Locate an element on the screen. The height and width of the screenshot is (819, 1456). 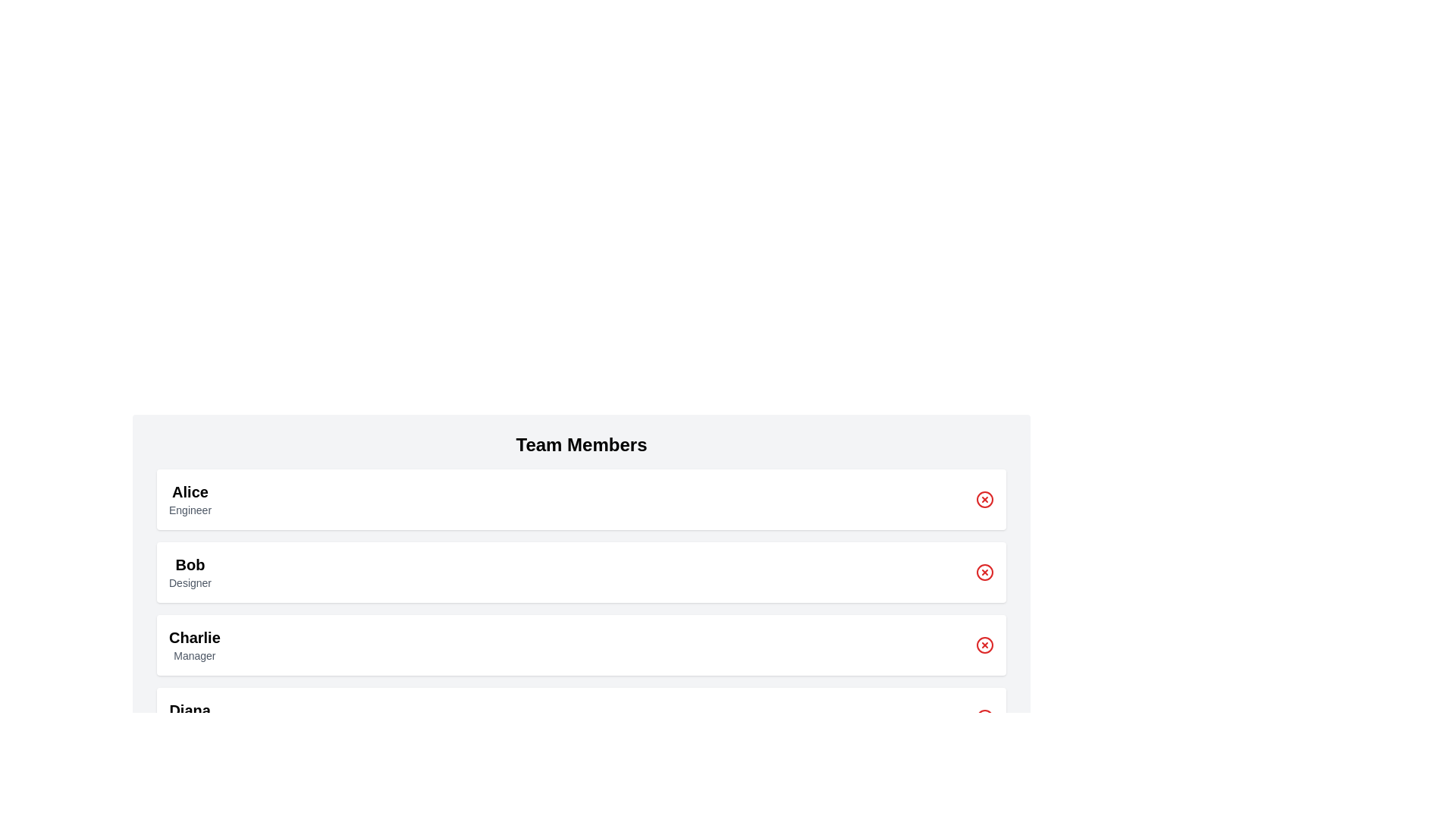
the button located in the top-right corner of the card associated with 'Alice', the Engineer is located at coordinates (985, 500).